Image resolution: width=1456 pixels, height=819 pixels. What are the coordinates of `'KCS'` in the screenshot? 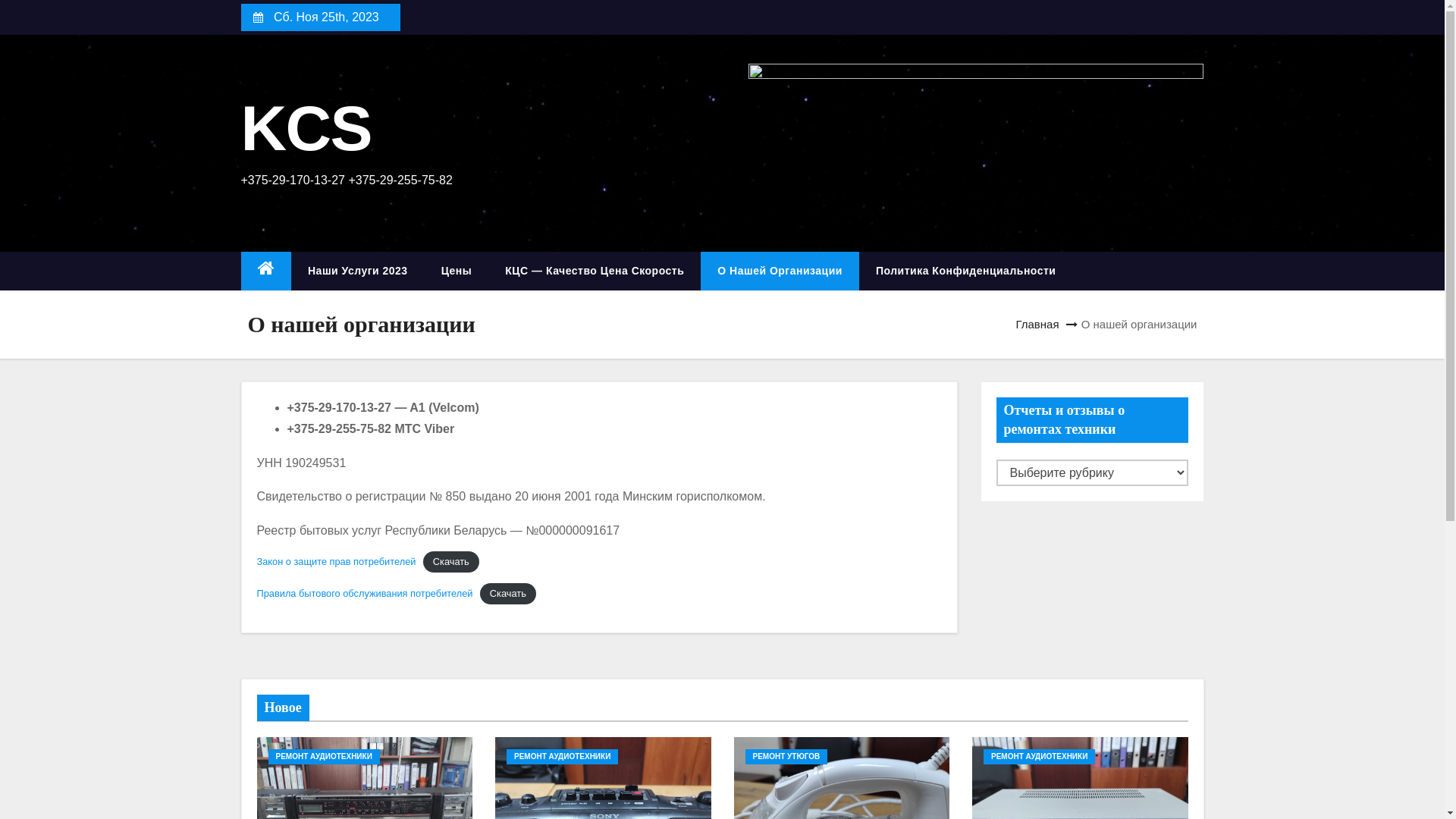 It's located at (305, 127).